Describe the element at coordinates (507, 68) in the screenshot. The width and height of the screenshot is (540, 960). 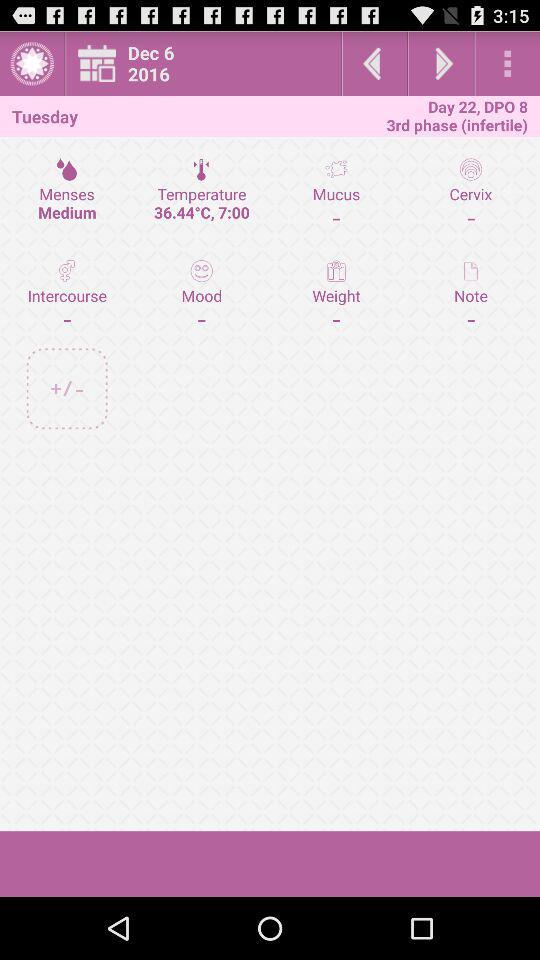
I see `the more icon` at that location.